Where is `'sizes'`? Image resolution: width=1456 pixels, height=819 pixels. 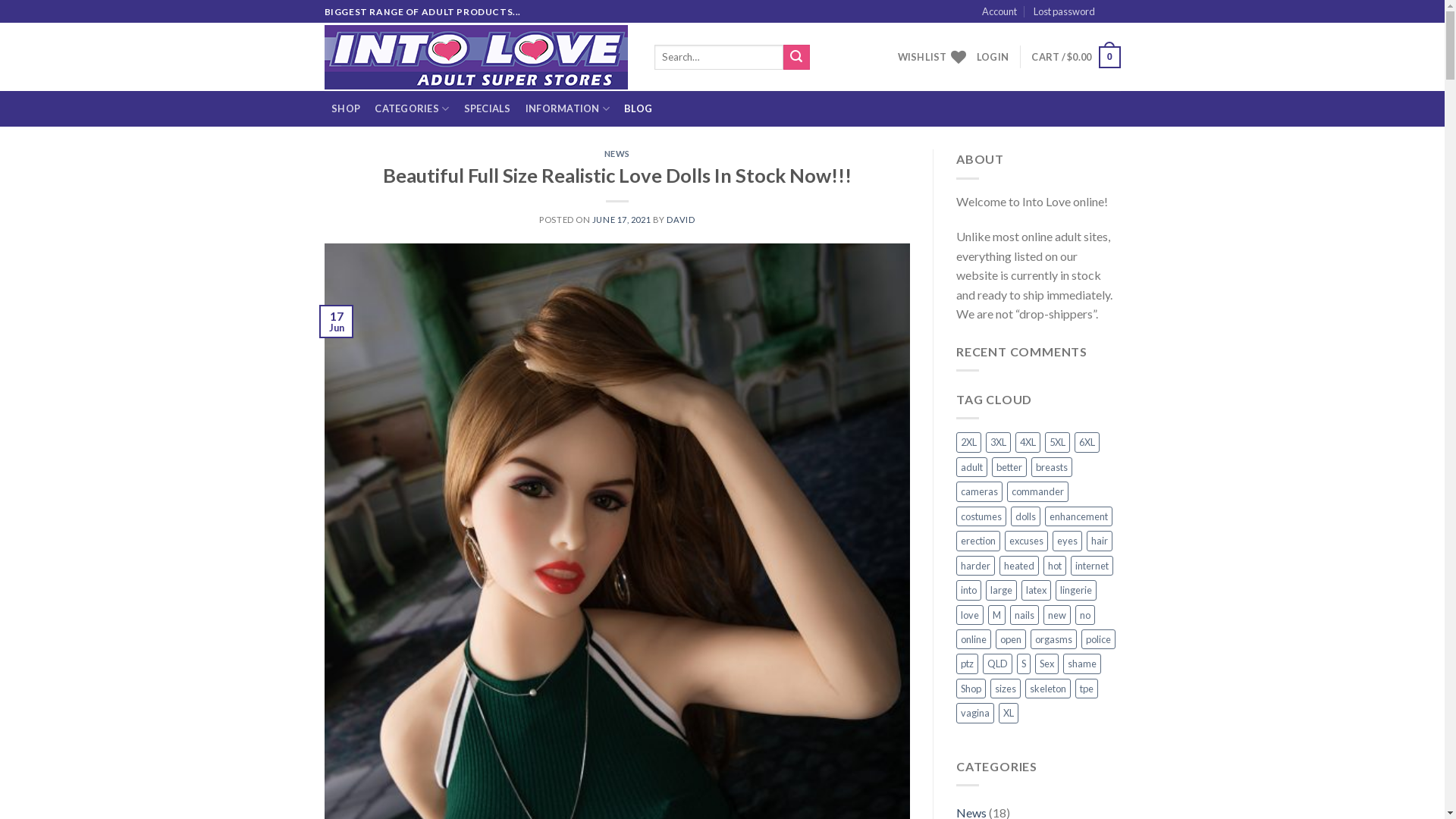
'sizes' is located at coordinates (1005, 688).